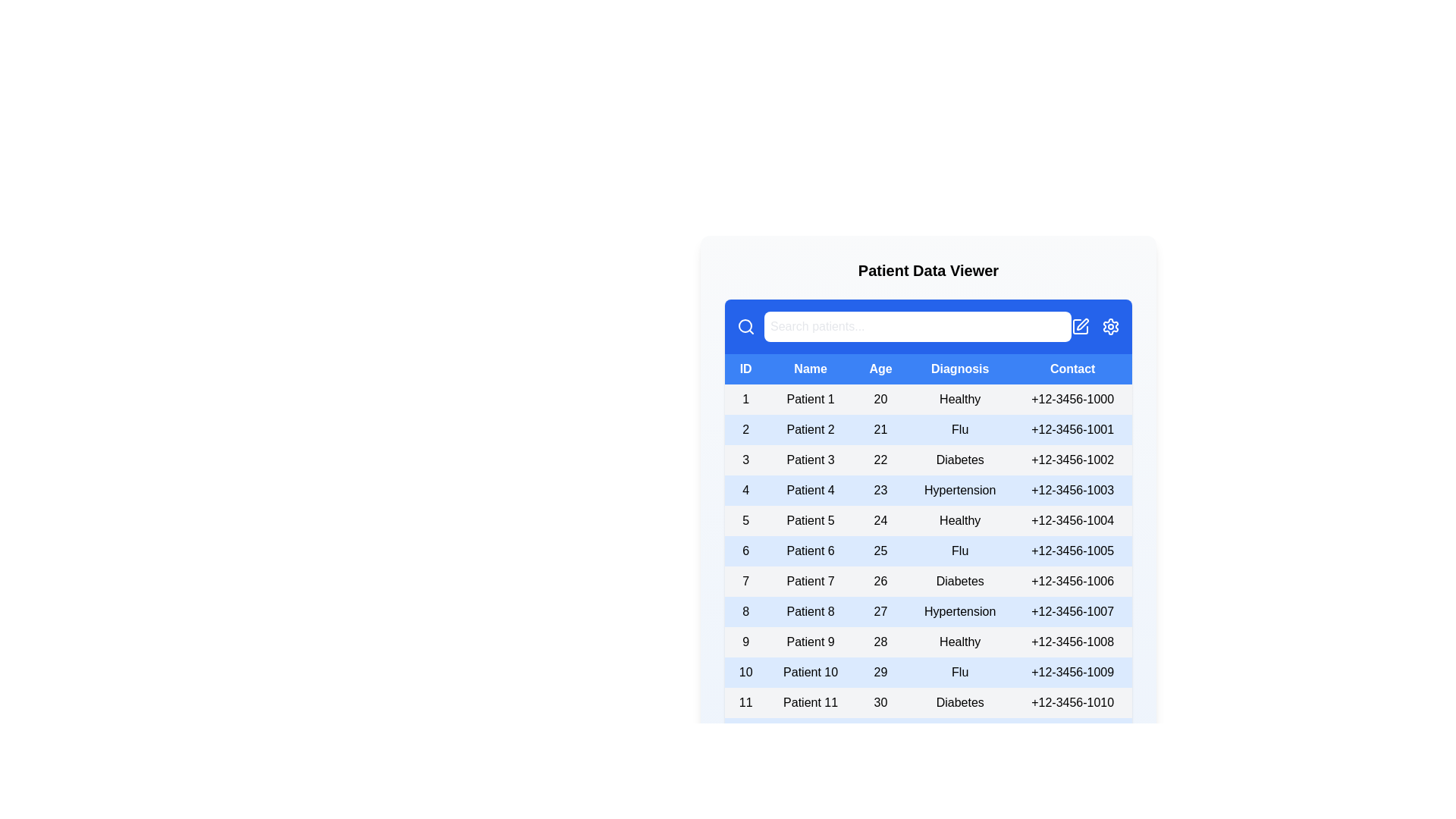 The width and height of the screenshot is (1456, 819). What do you see at coordinates (745, 369) in the screenshot?
I see `the column header ID to sort the table by that column` at bounding box center [745, 369].